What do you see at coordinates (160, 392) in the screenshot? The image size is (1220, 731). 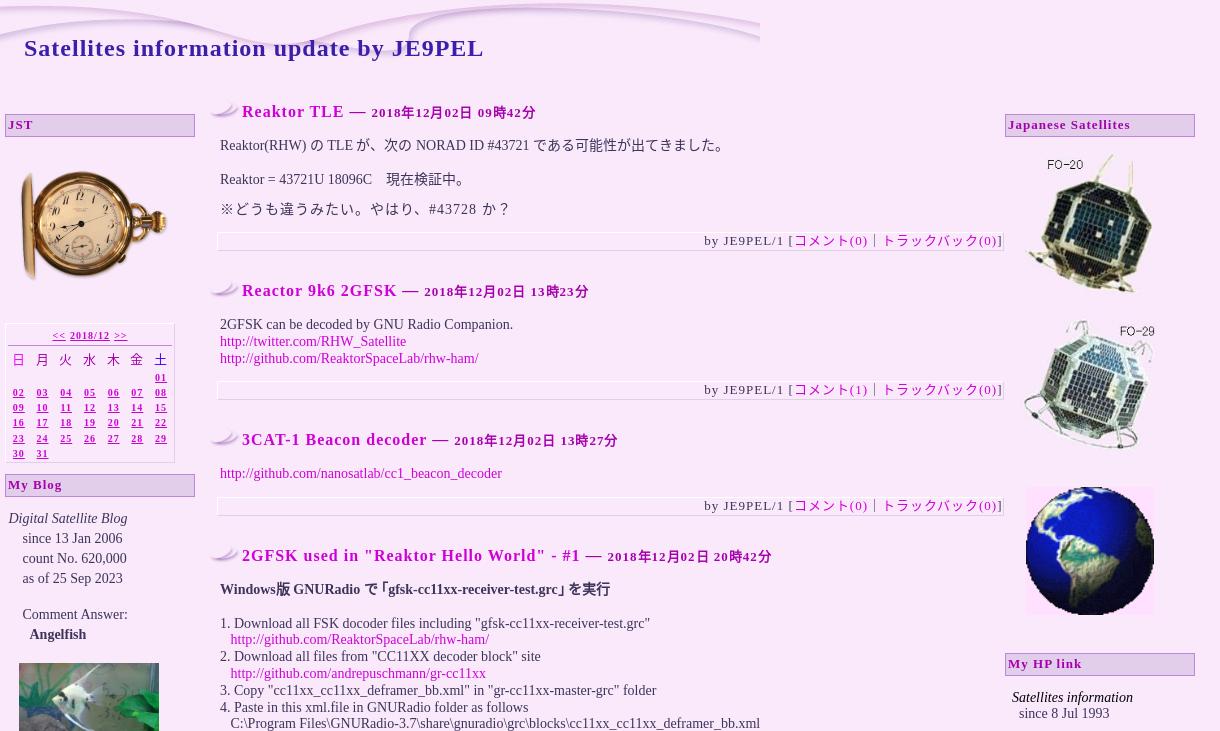 I see `'08'` at bounding box center [160, 392].